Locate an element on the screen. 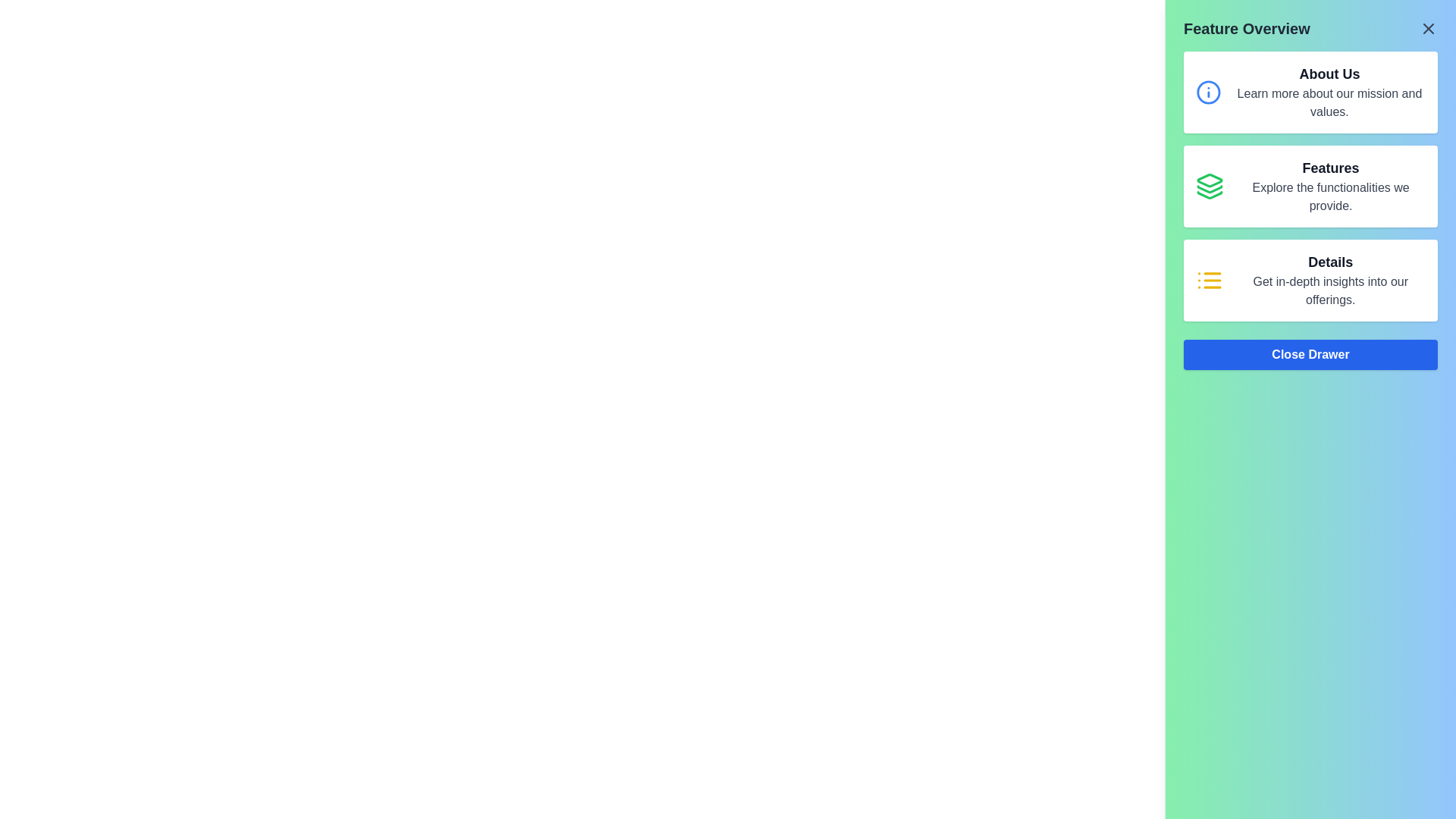 The height and width of the screenshot is (819, 1456). the yellow icon resembling a list with three horizontal lines and dots, located to the left of the 'Details' section in the third cell of the vertically arranged list is located at coordinates (1209, 281).